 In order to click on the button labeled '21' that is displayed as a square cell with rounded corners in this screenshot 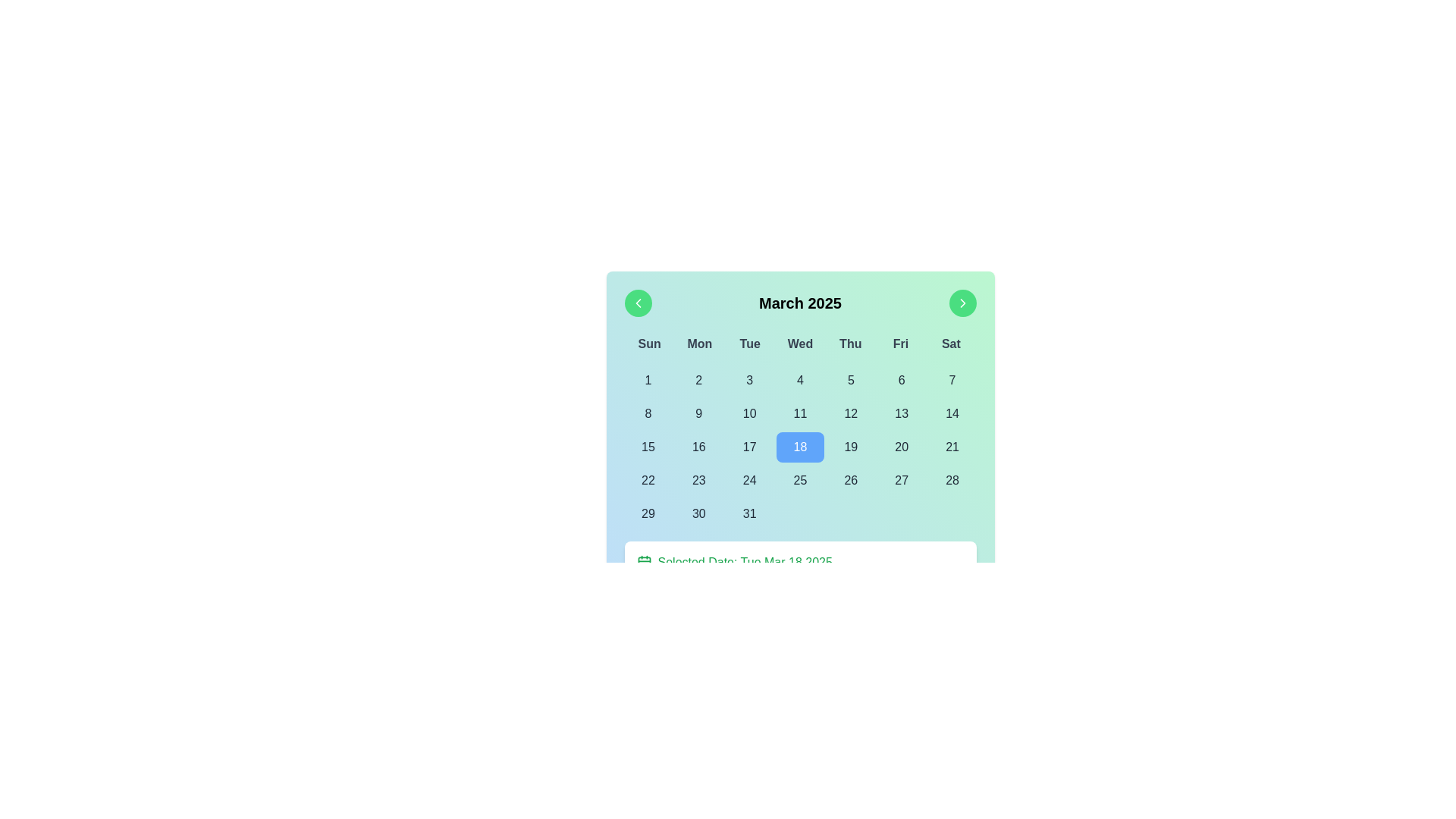, I will do `click(952, 447)`.